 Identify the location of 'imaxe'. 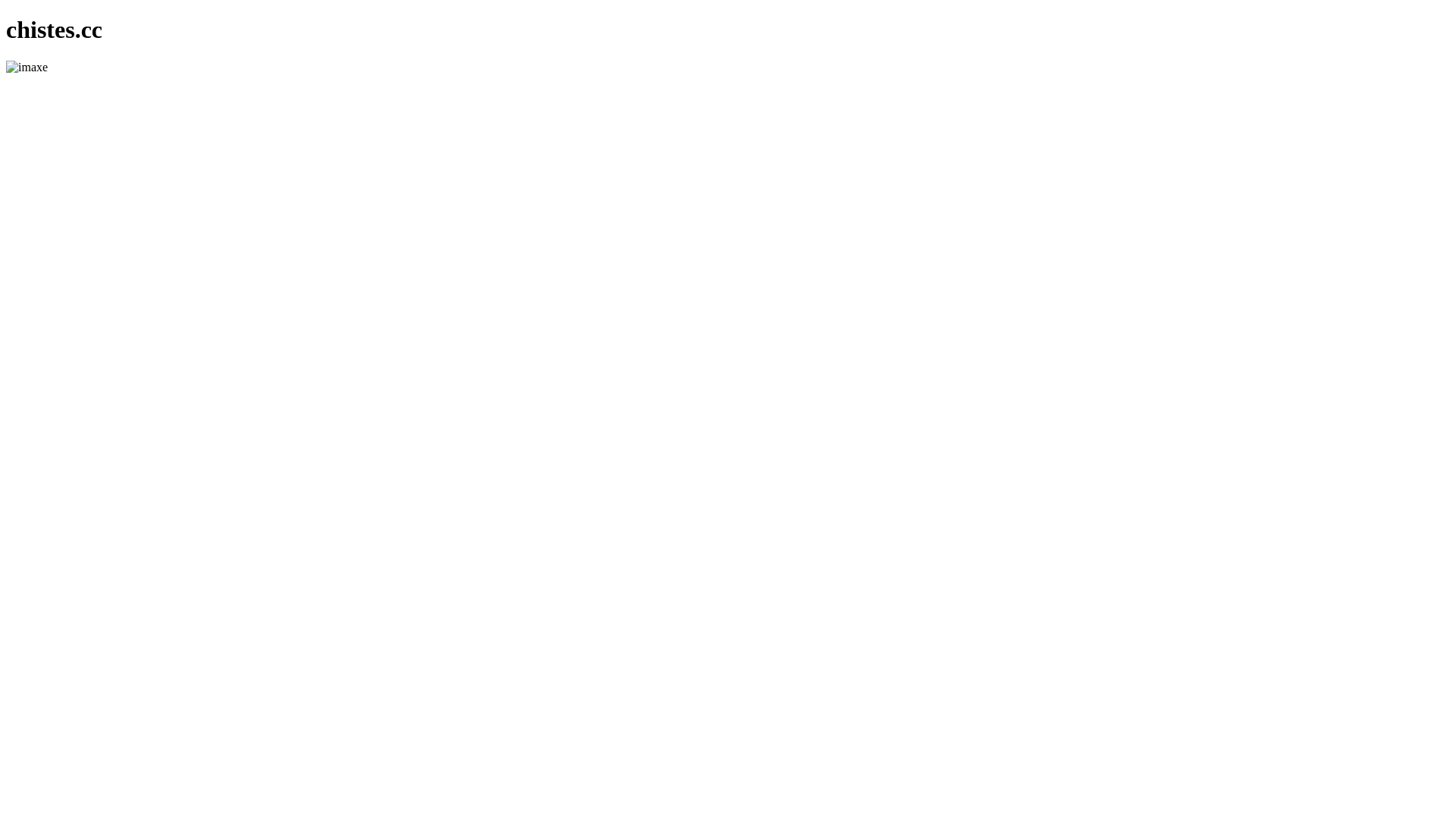
(27, 66).